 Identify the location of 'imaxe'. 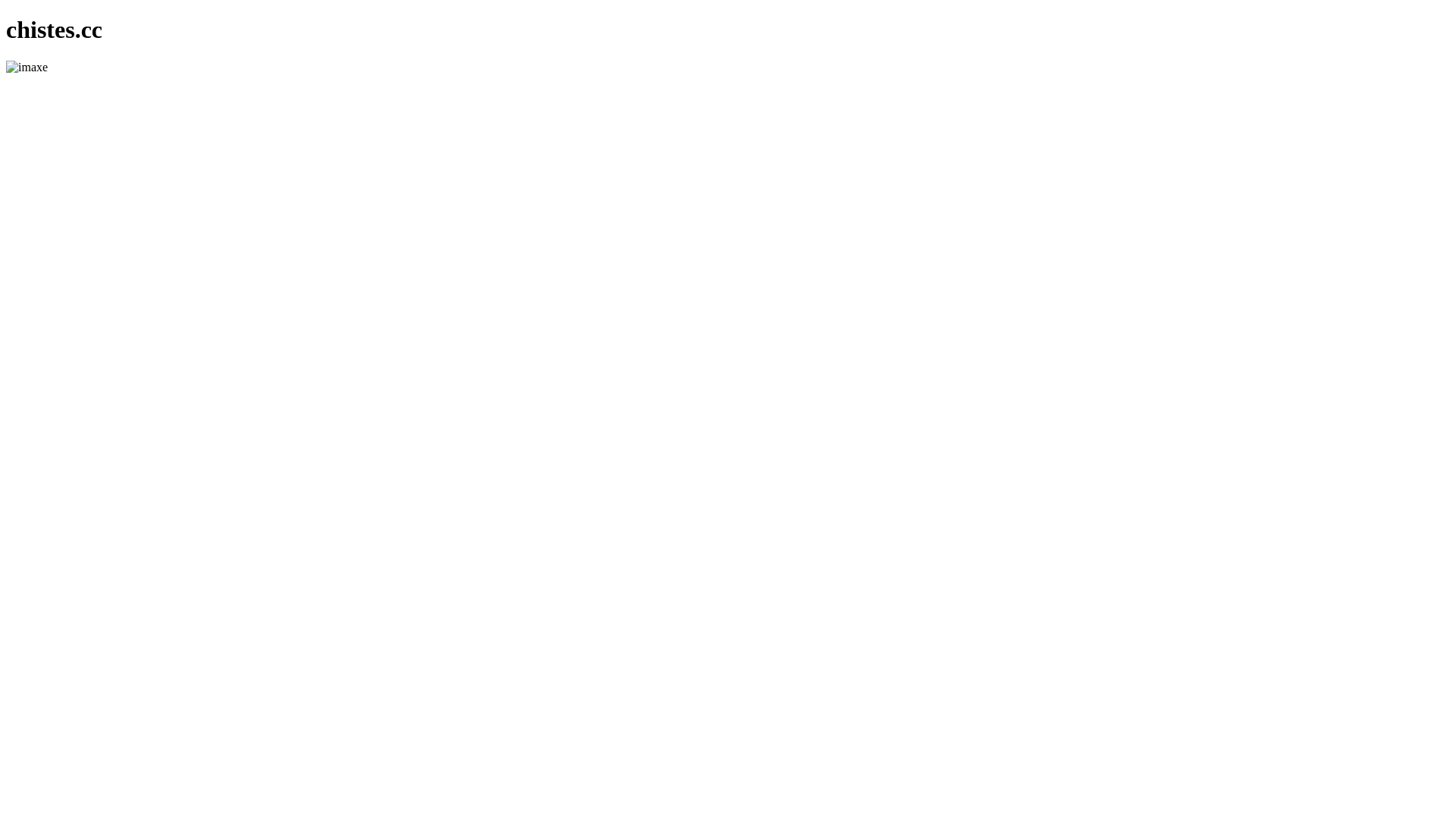
(27, 66).